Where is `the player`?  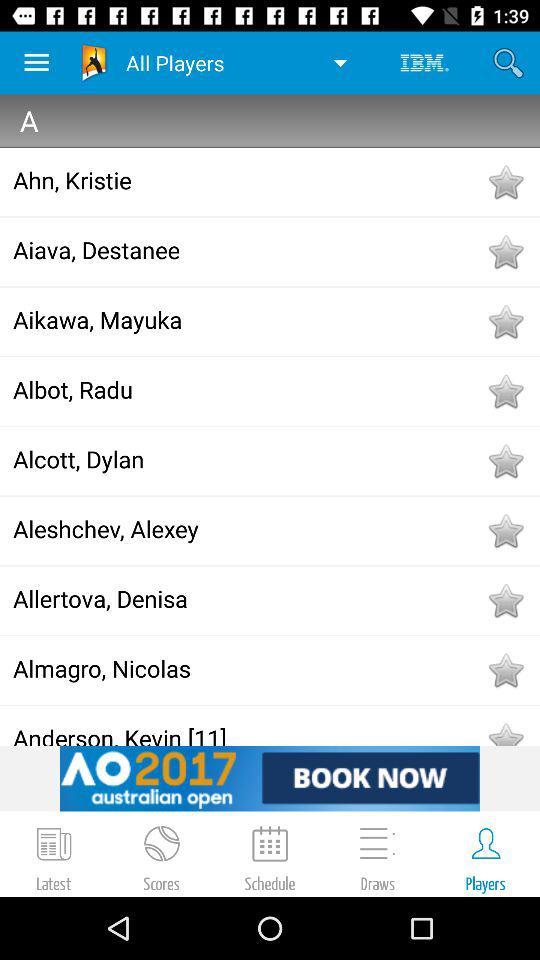
the player is located at coordinates (504, 670).